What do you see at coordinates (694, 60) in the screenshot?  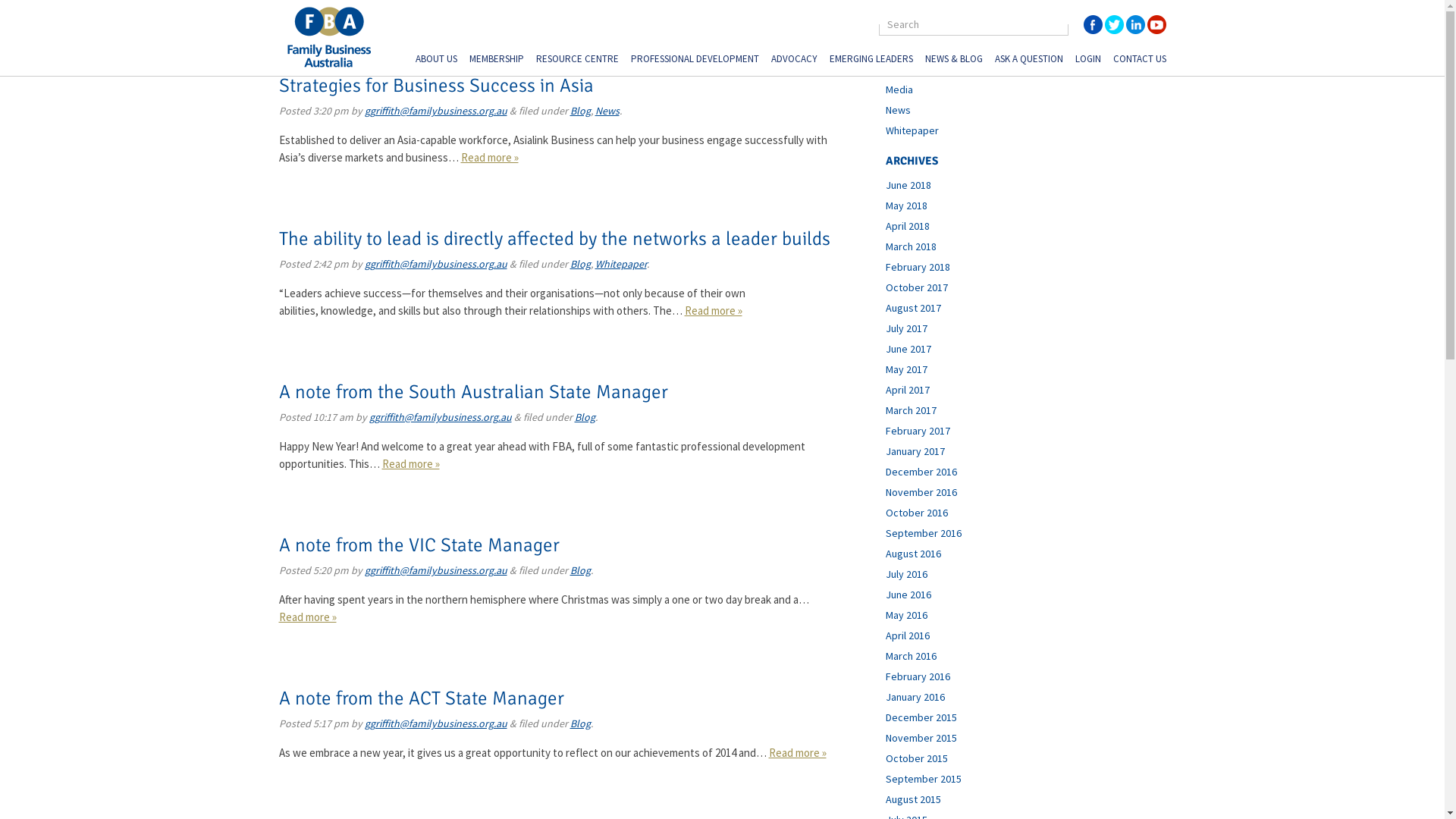 I see `'PROFESSIONAL DEVELOPMENT'` at bounding box center [694, 60].